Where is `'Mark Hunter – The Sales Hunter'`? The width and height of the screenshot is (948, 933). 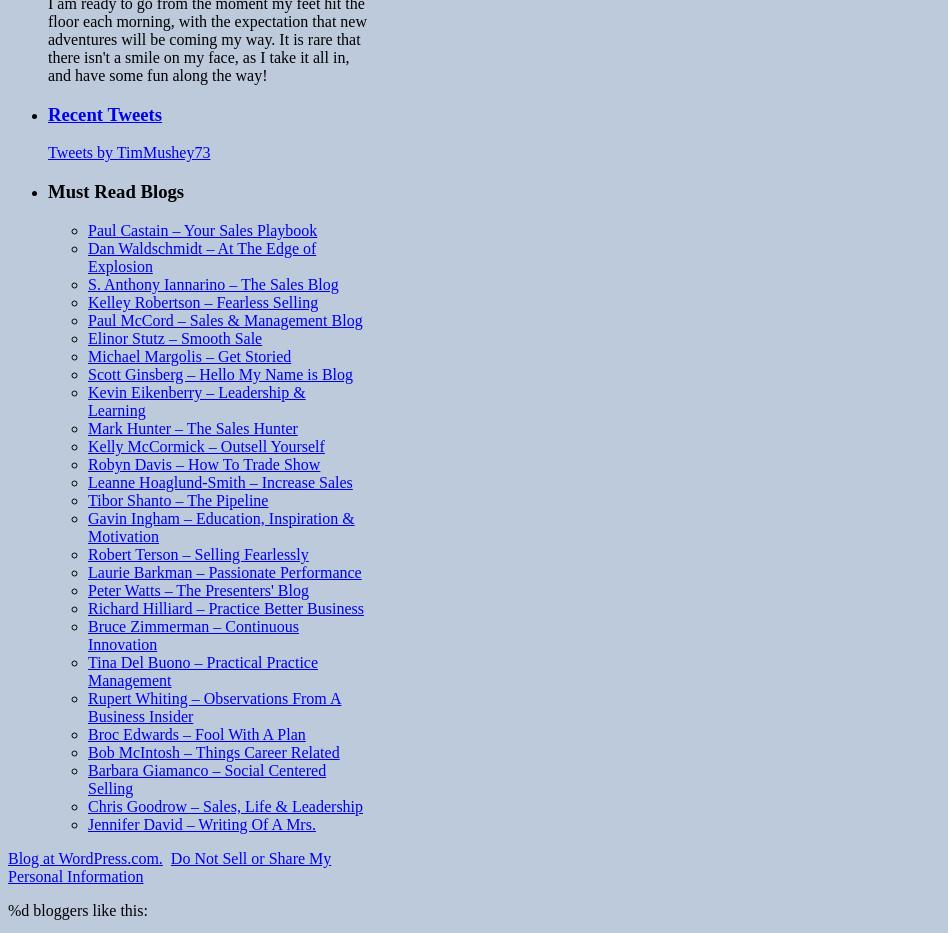
'Mark Hunter – The Sales Hunter' is located at coordinates (191, 426).